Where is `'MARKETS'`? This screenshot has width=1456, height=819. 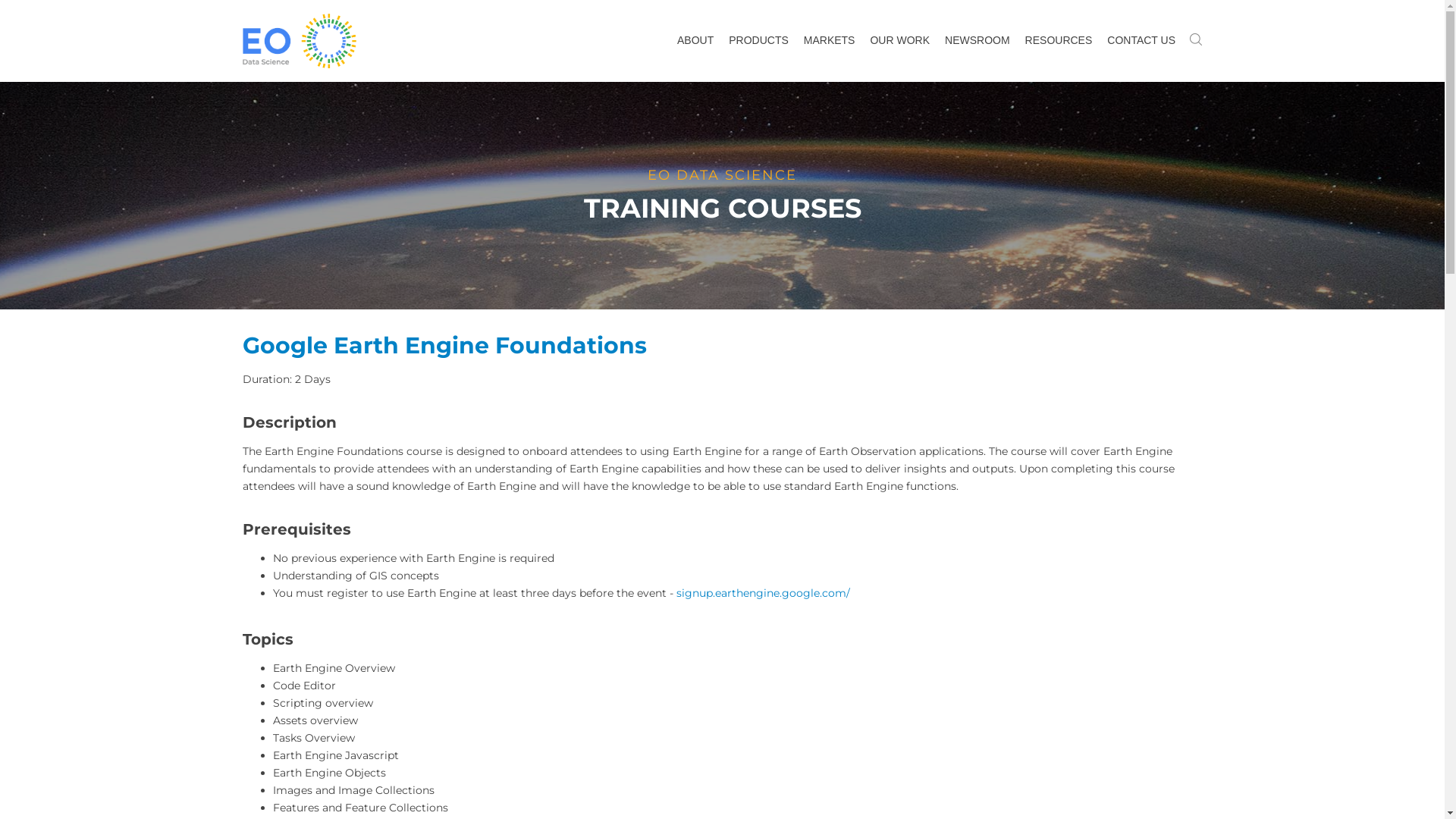
'MARKETS' is located at coordinates (829, 39).